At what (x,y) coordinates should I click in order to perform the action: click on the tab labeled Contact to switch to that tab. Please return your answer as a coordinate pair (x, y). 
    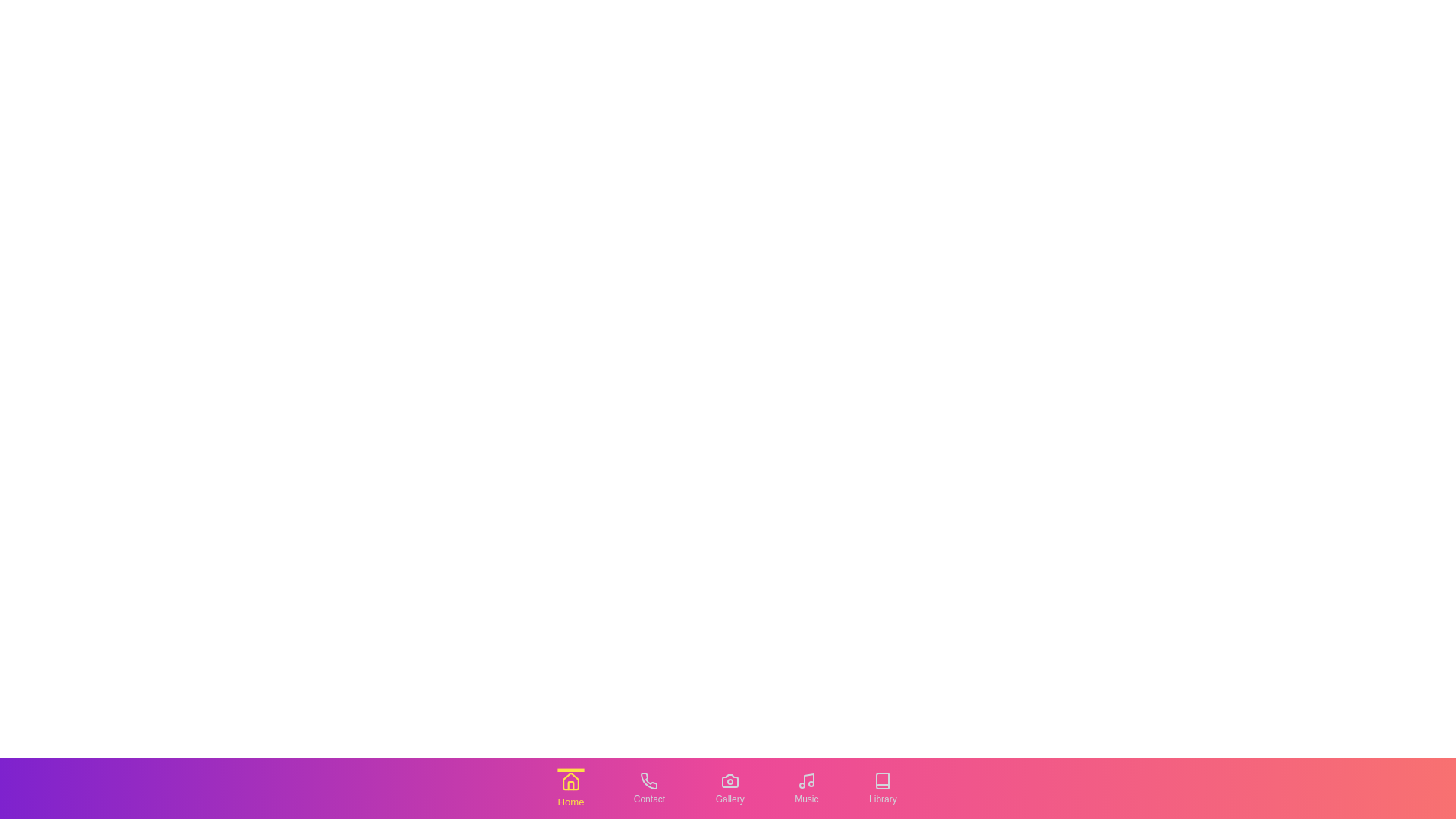
    Looking at the image, I should click on (649, 788).